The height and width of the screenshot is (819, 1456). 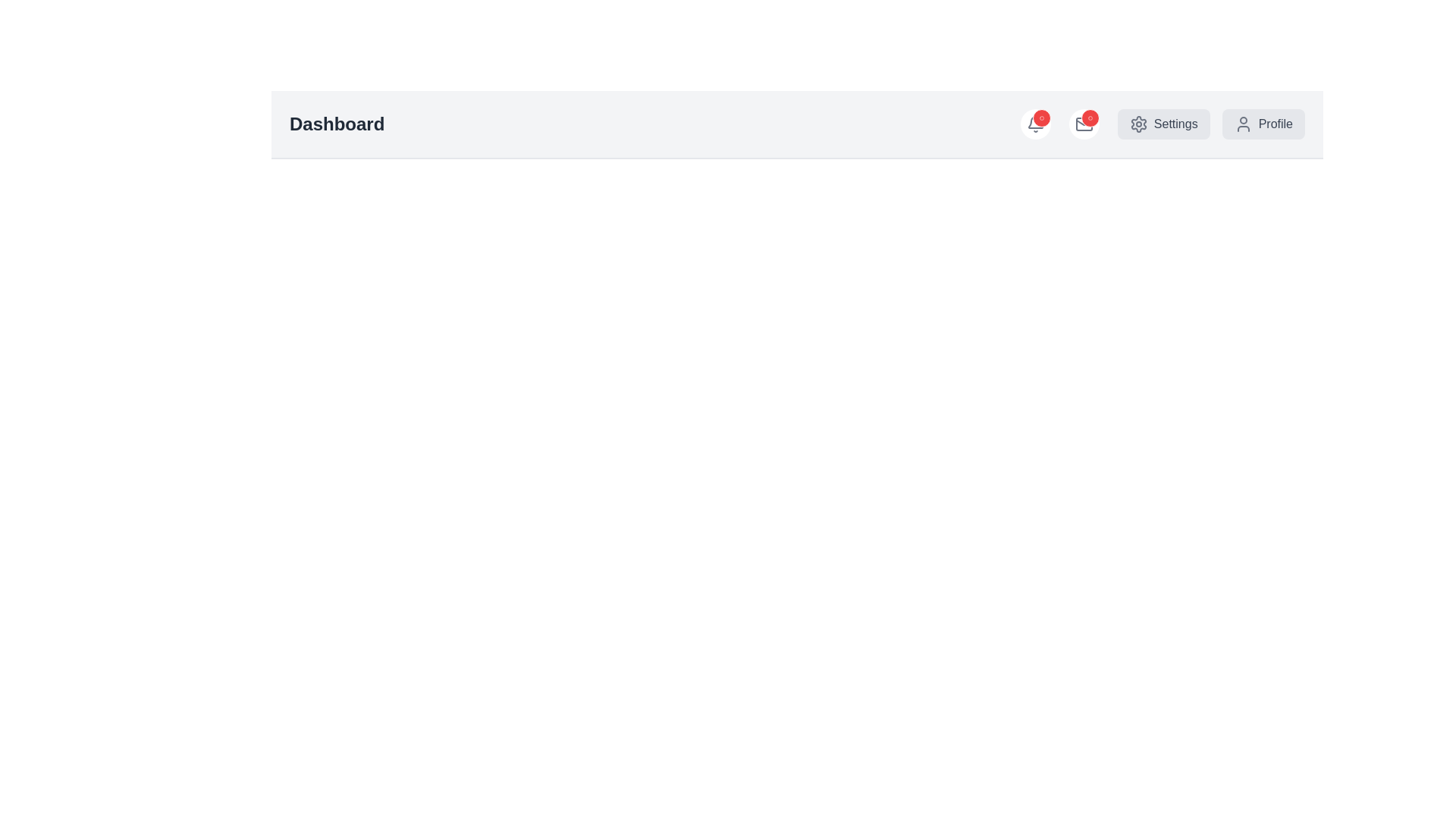 I want to click on the settings button located at the top-right of the interface, so click(x=1163, y=124).